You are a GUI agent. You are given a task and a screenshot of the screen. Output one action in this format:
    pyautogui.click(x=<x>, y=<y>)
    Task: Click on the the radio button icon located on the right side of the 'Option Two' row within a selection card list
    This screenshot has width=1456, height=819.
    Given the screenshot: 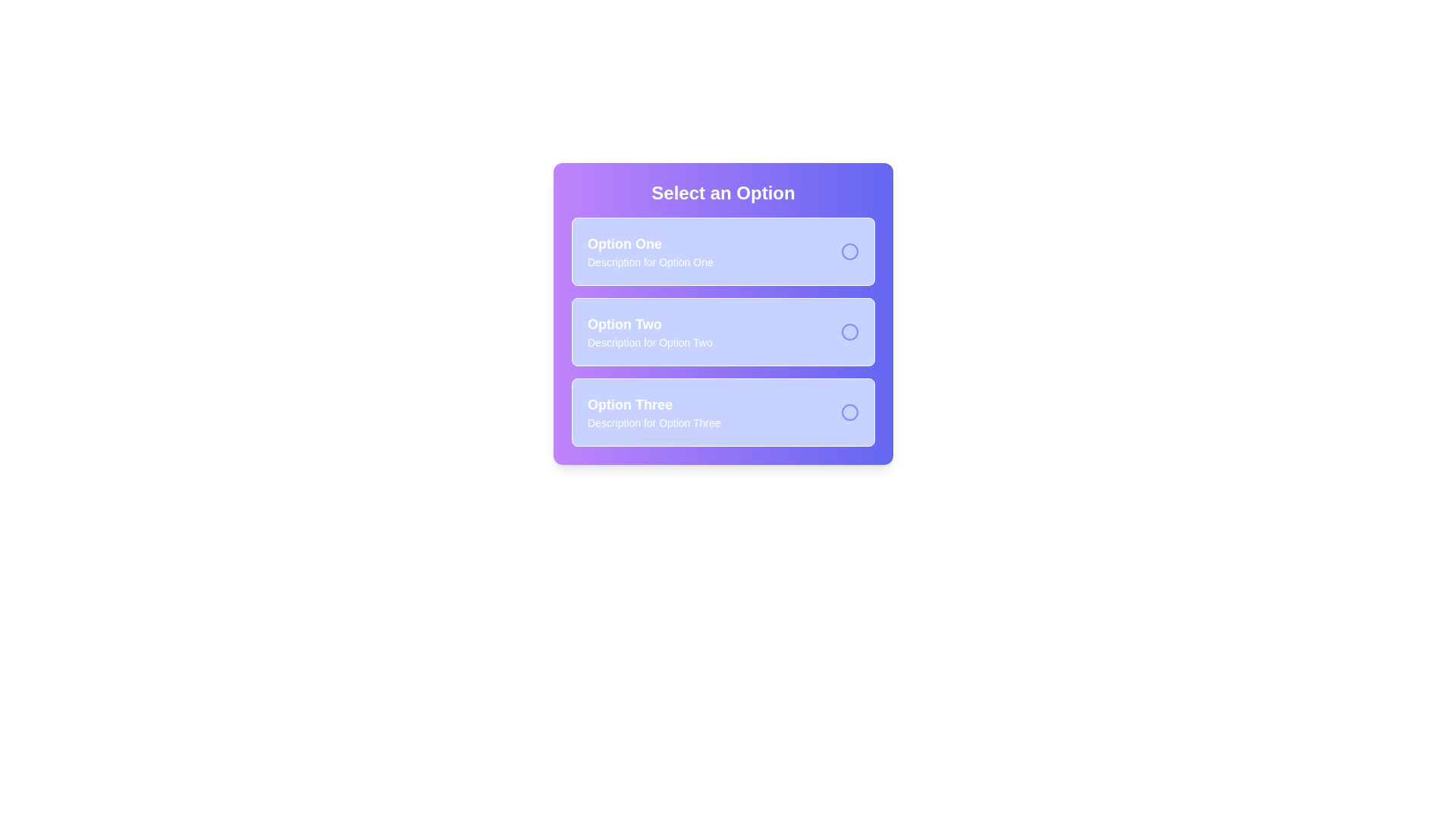 What is the action you would take?
    pyautogui.click(x=850, y=331)
    